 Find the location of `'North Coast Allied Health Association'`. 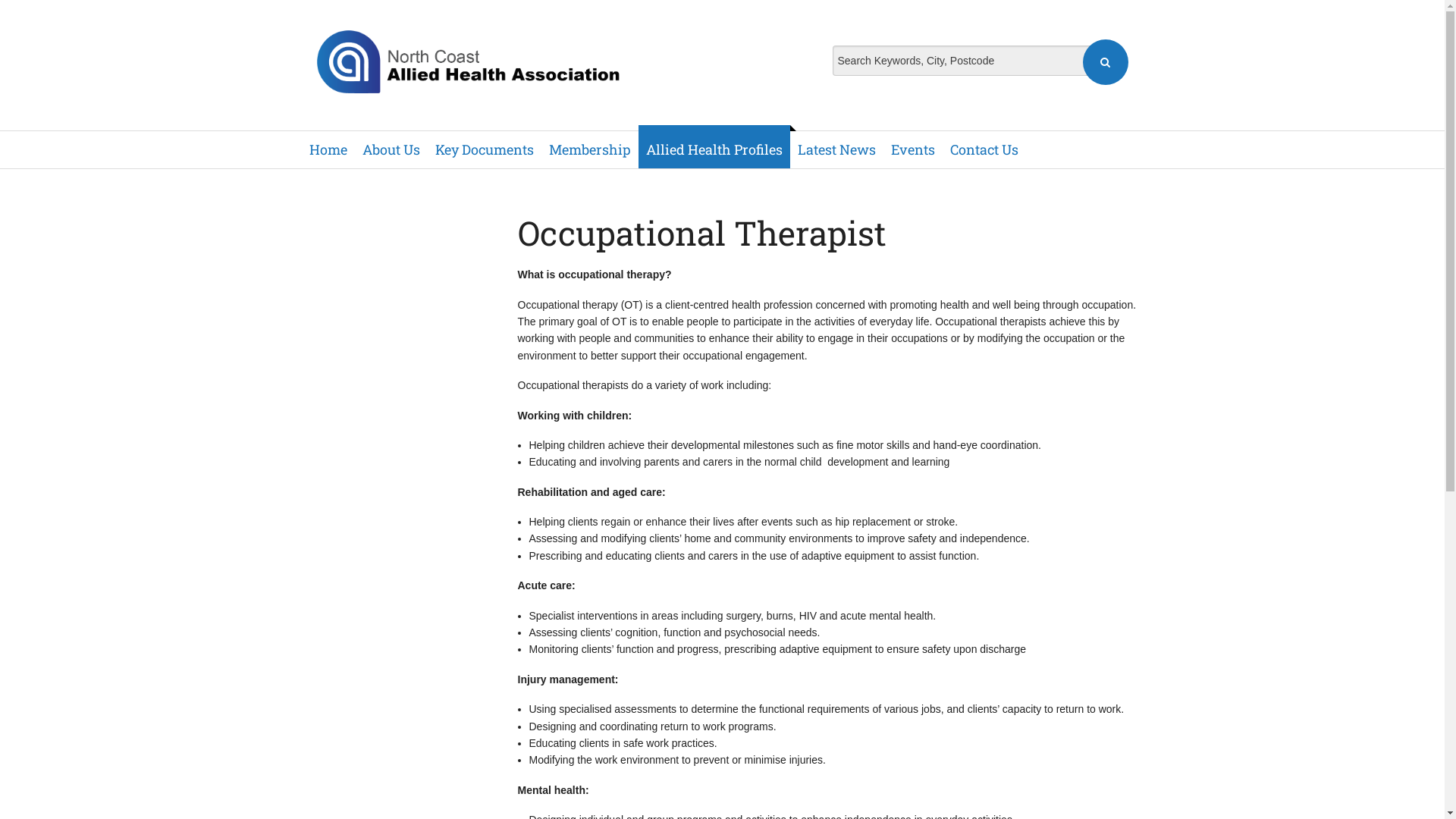

'North Coast Allied Health Association' is located at coordinates (468, 61).